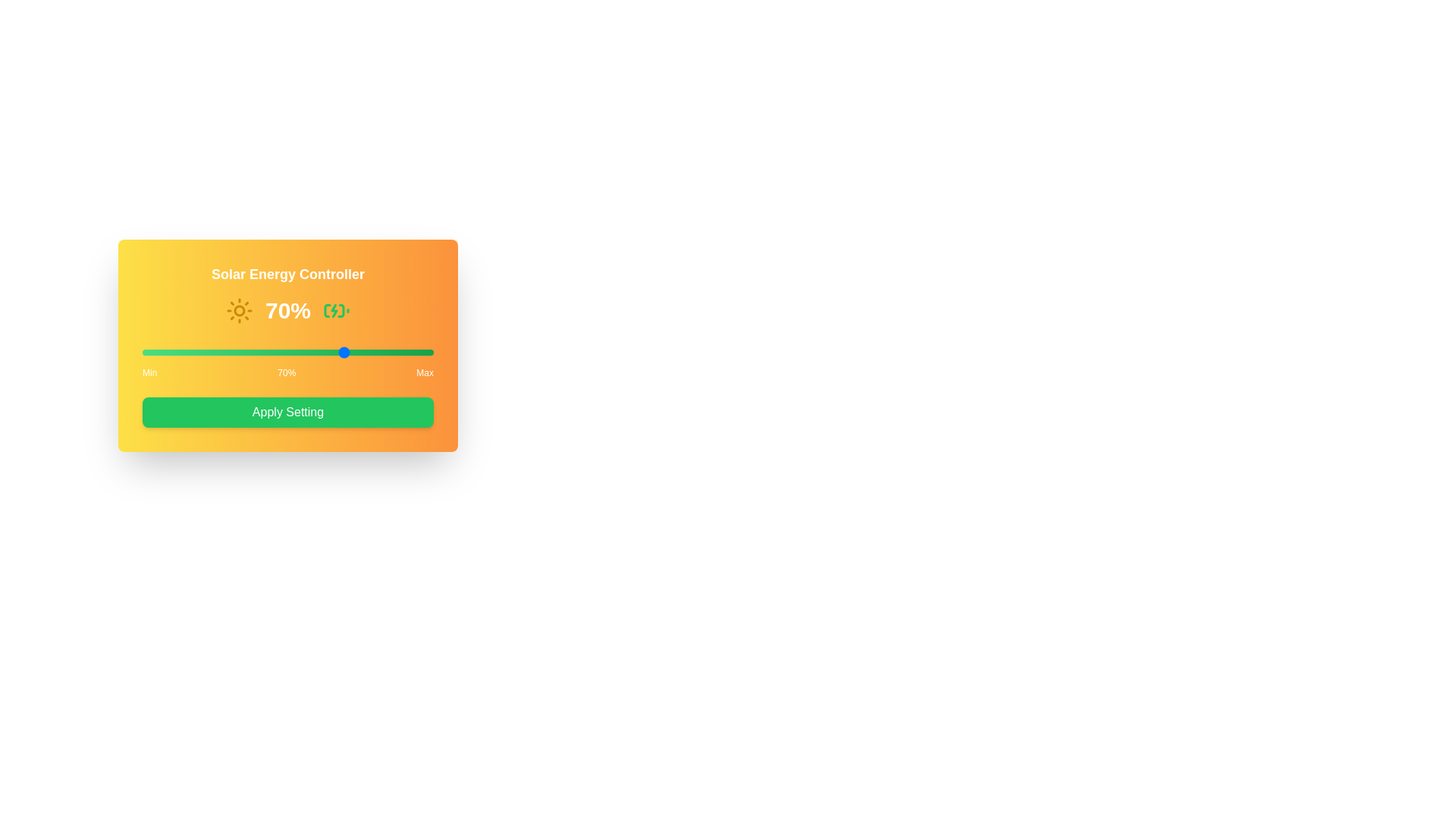 The image size is (1456, 819). What do you see at coordinates (142, 353) in the screenshot?
I see `the solar input slider to 0%` at bounding box center [142, 353].